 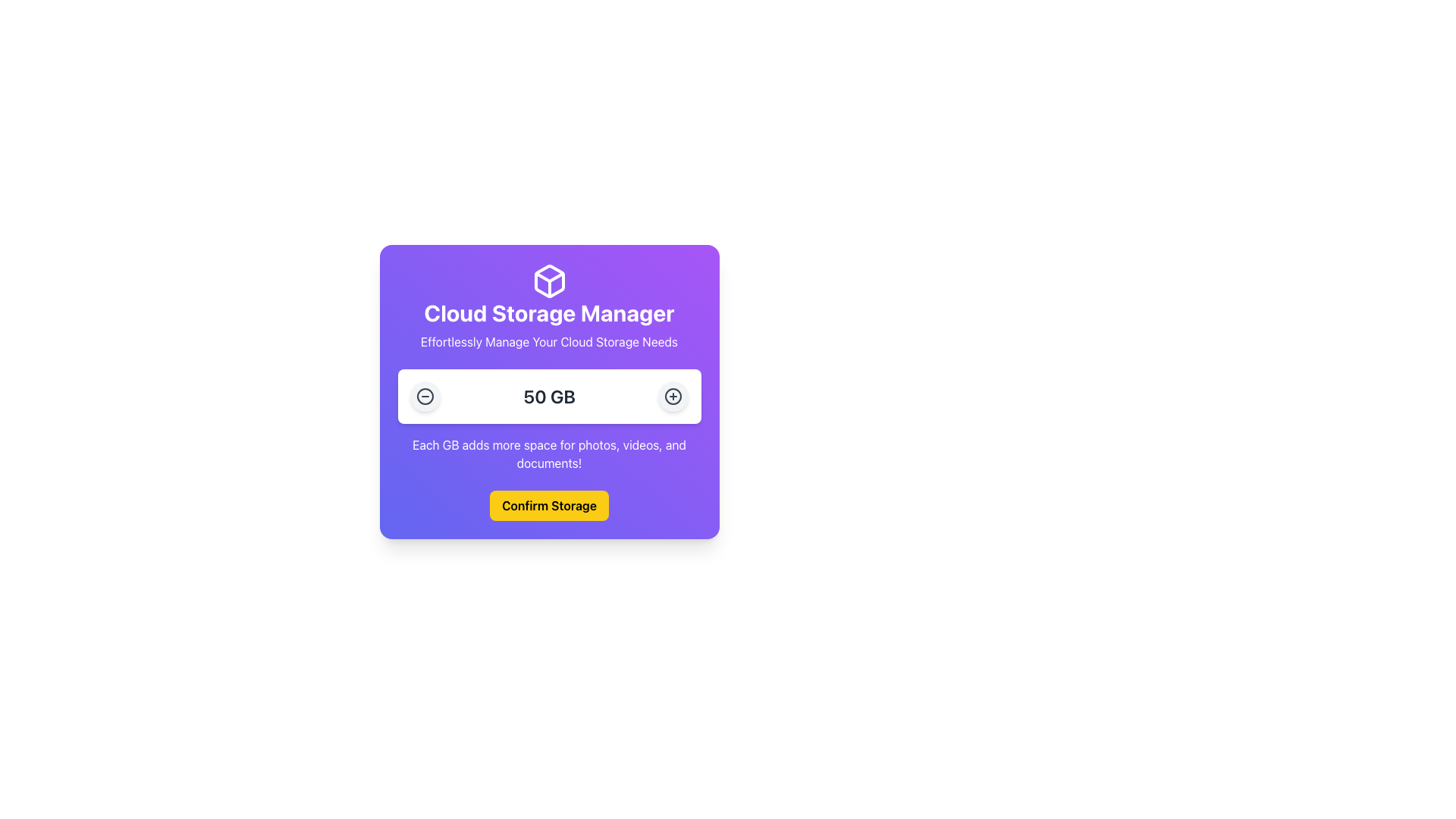 I want to click on the confirmation button located at the bottom of the card-like widget to confirm the user's selection of the storage option, so click(x=548, y=506).